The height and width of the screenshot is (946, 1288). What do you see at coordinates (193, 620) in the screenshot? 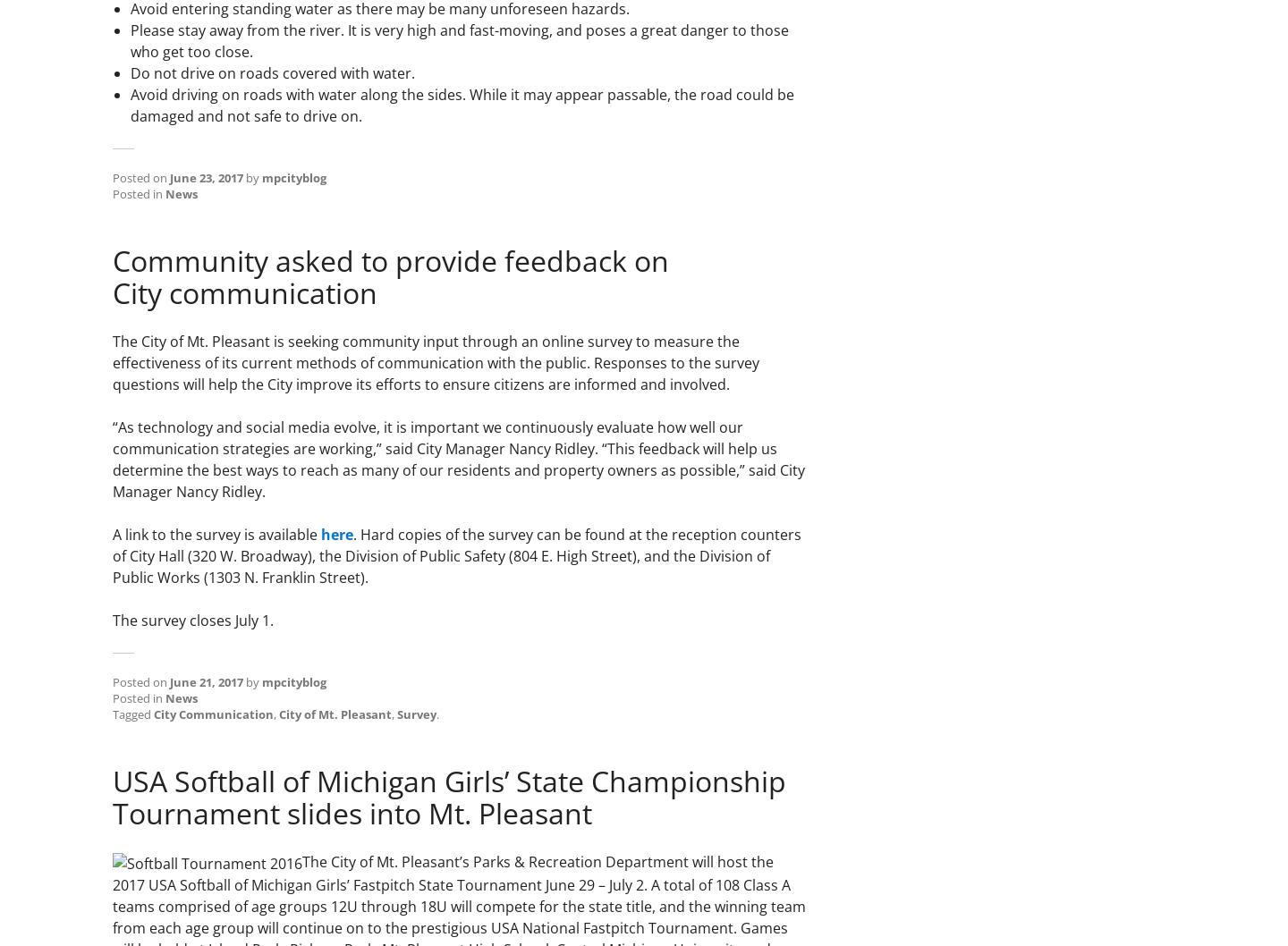
I see `'The survey closes July 1.'` at bounding box center [193, 620].